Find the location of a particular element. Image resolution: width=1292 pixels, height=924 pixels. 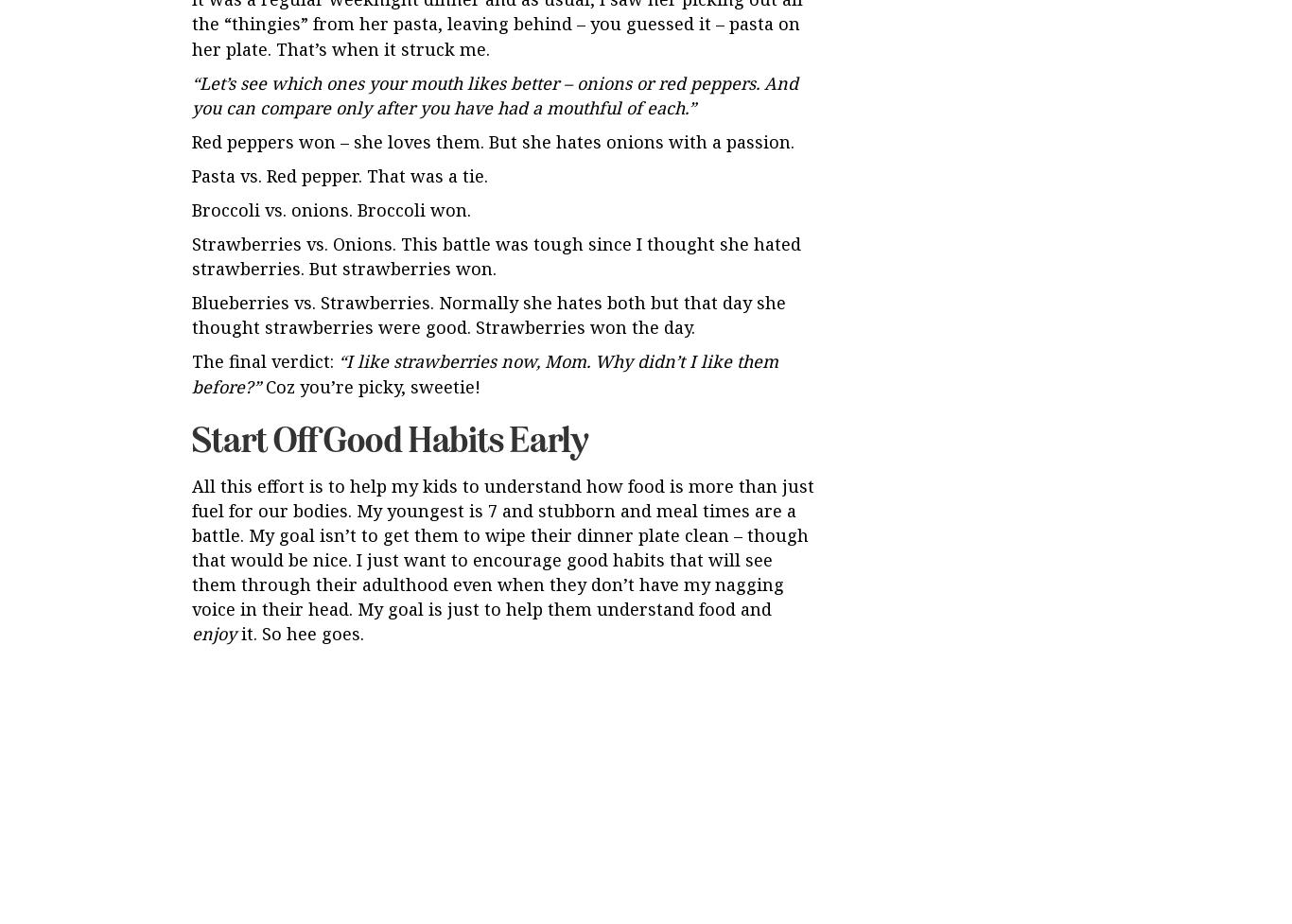

'All this effort is to help my kids to understand how food is more than just fuel for our bodies. My youngest is 7 and stubborn and meal times are a battle. My goal isn’t to get them to wipe their dinner plate clean – though that would be nice. I just want to encourage good habits that will see them through their adulthood even when they don’t have my nagging voice in their head. My goal is just to help them understand food and' is located at coordinates (503, 546).